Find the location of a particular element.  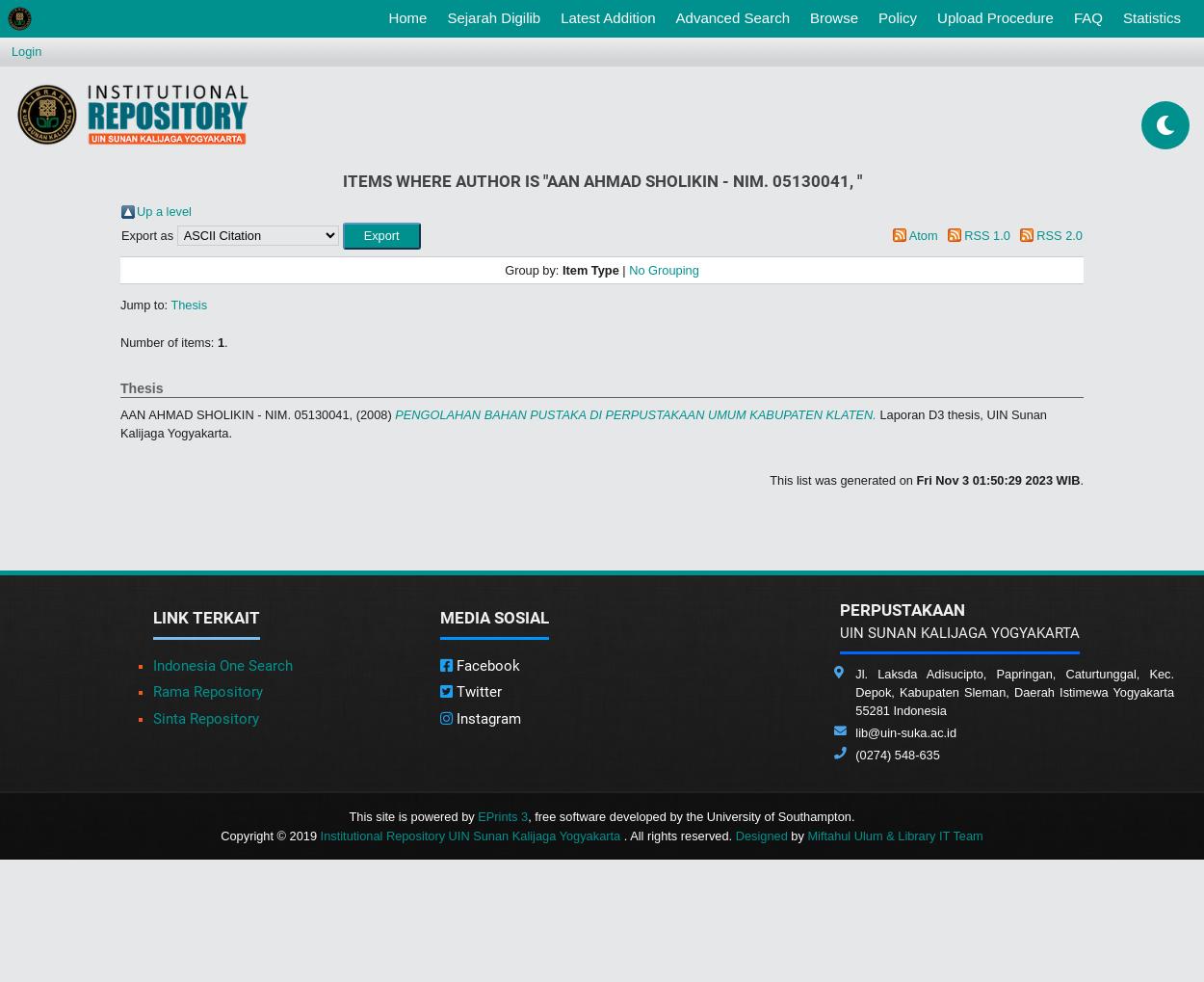

'Number of items:' is located at coordinates (169, 341).